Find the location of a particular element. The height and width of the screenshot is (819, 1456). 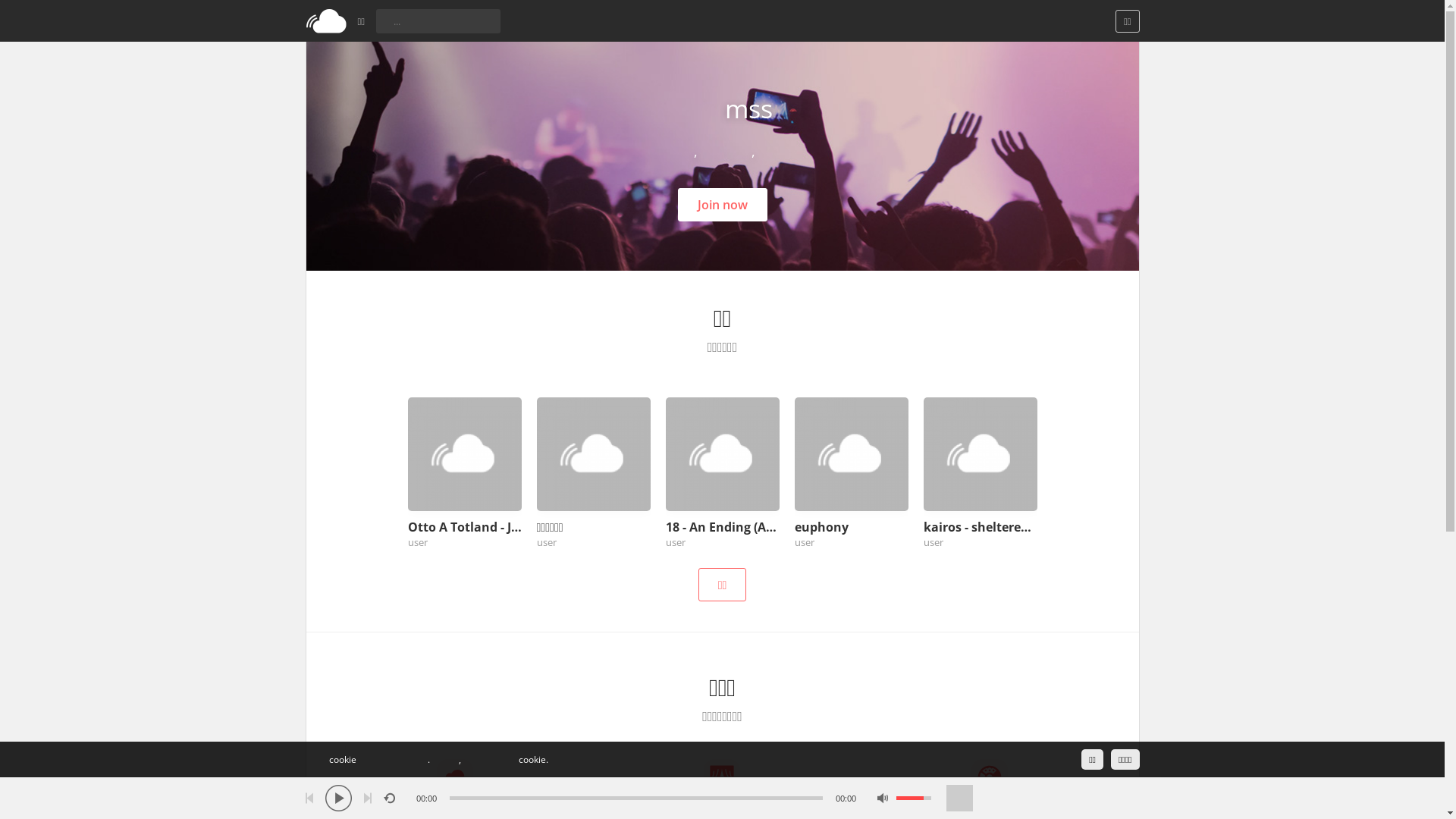

'kairos - sheltered love' is located at coordinates (923, 526).